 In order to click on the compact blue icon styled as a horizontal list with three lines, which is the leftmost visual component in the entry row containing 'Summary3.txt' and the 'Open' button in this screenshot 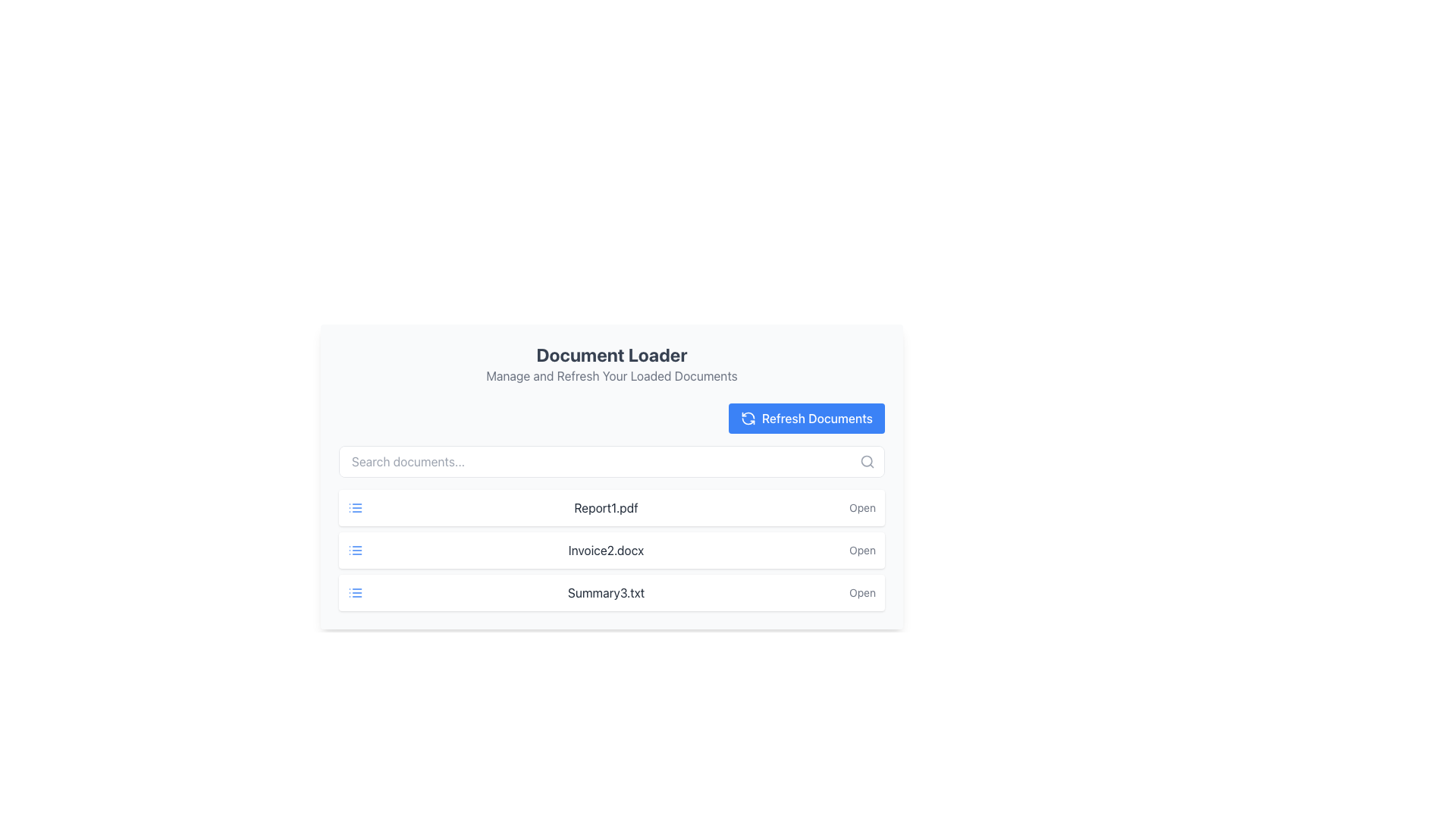, I will do `click(355, 592)`.